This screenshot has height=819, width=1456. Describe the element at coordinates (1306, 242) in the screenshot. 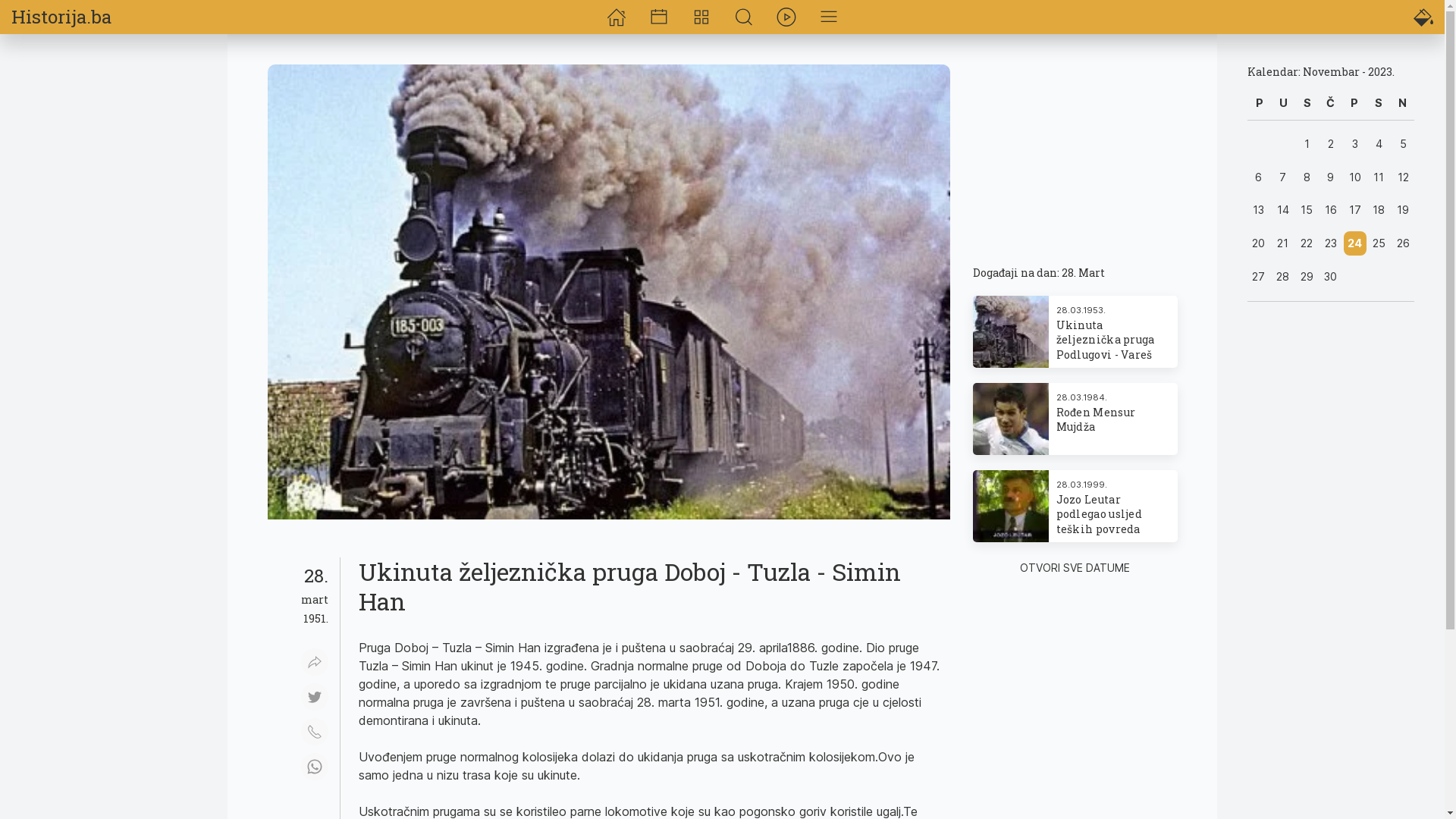

I see `'22'` at that location.